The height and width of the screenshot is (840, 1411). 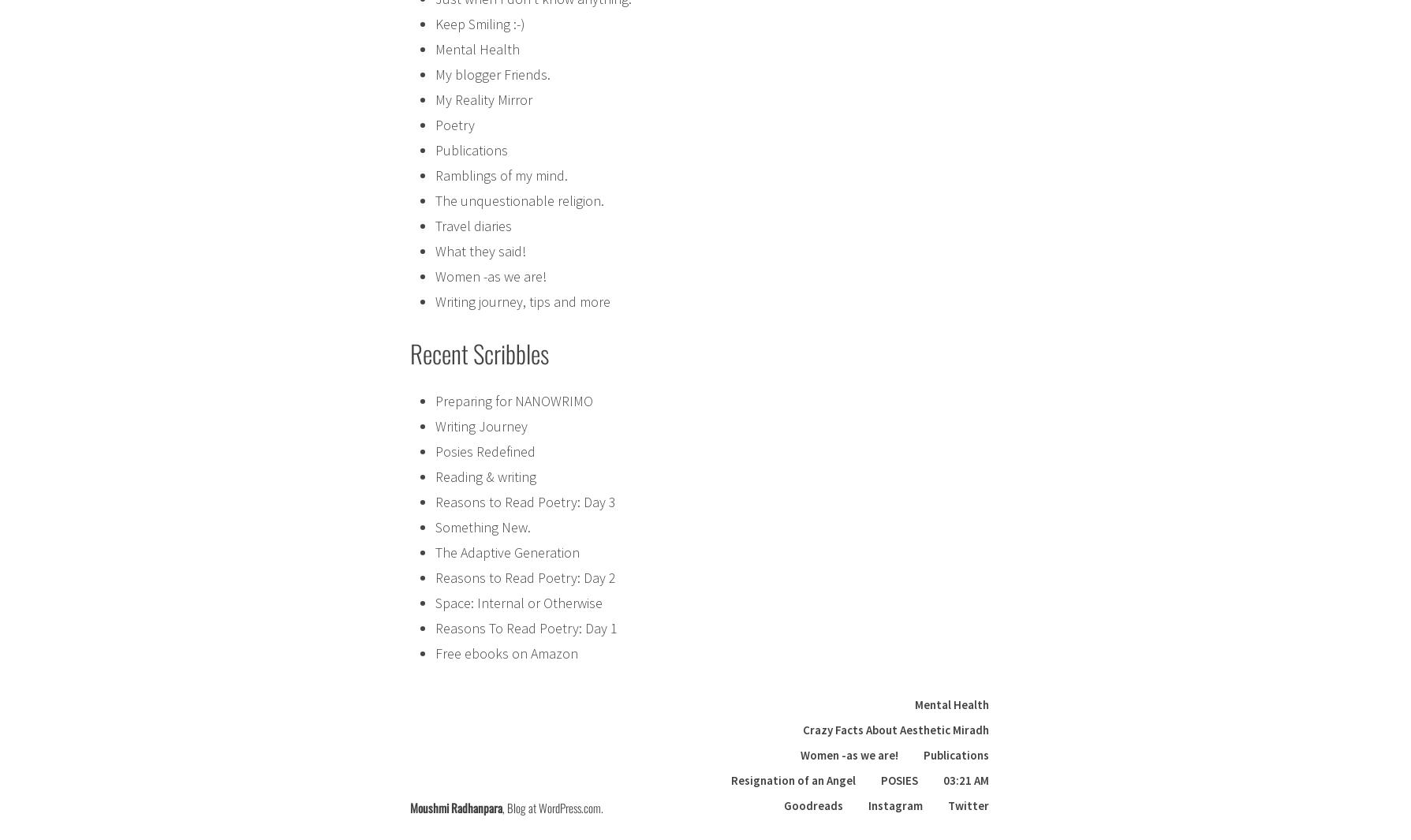 What do you see at coordinates (524, 502) in the screenshot?
I see `'Reasons to Read Poetry: Day 3'` at bounding box center [524, 502].